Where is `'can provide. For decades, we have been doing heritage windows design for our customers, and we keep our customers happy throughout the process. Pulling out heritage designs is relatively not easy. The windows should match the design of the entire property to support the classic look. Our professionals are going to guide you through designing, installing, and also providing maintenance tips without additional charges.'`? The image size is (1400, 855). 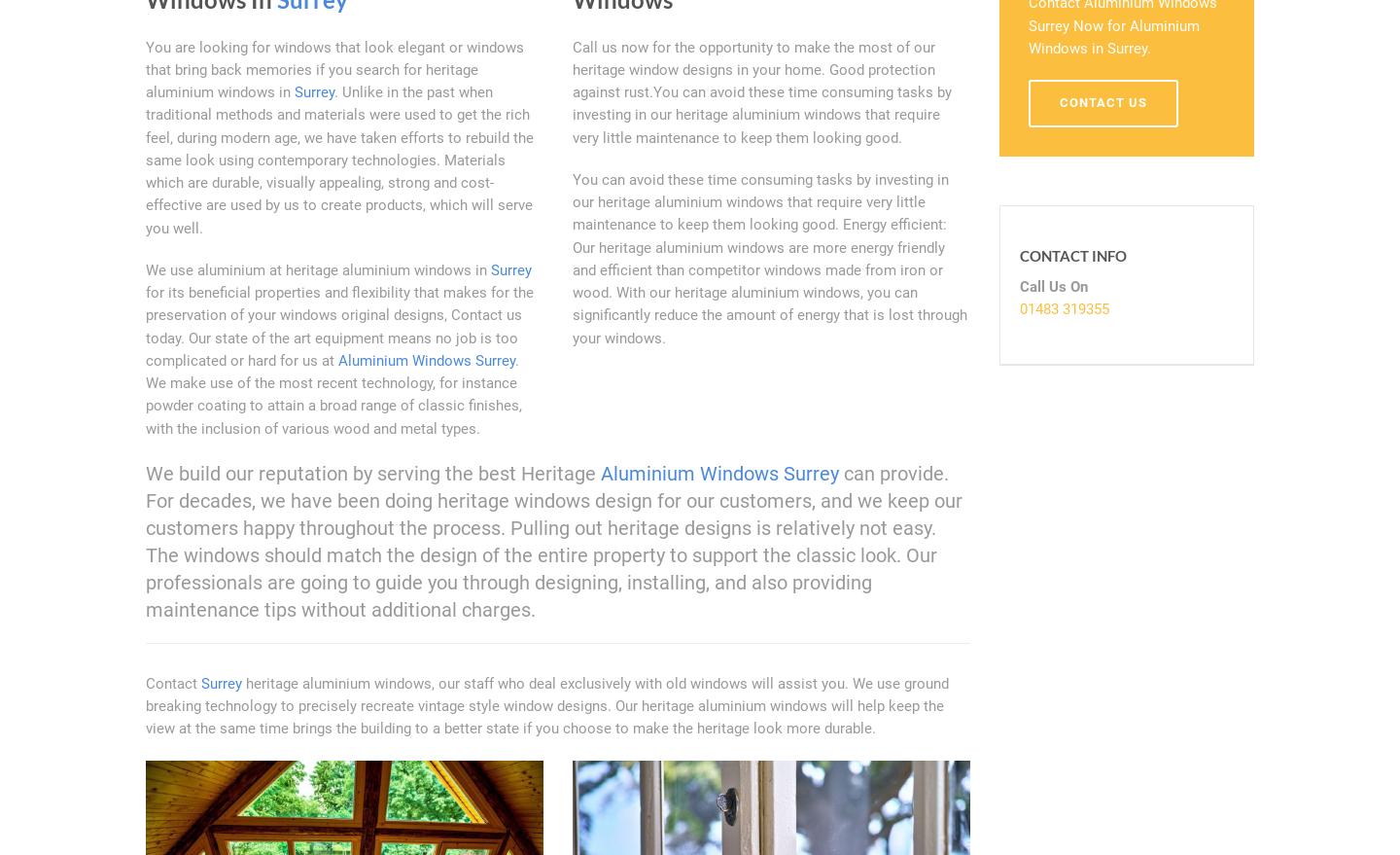
'can provide. For decades, we have been doing heritage windows design for our customers, and we keep our customers happy throughout the process. Pulling out heritage designs is relatively not easy. The windows should match the design of the entire property to support the classic look. Our professionals are going to guide you through designing, installing, and also providing maintenance tips without additional charges.' is located at coordinates (553, 540).